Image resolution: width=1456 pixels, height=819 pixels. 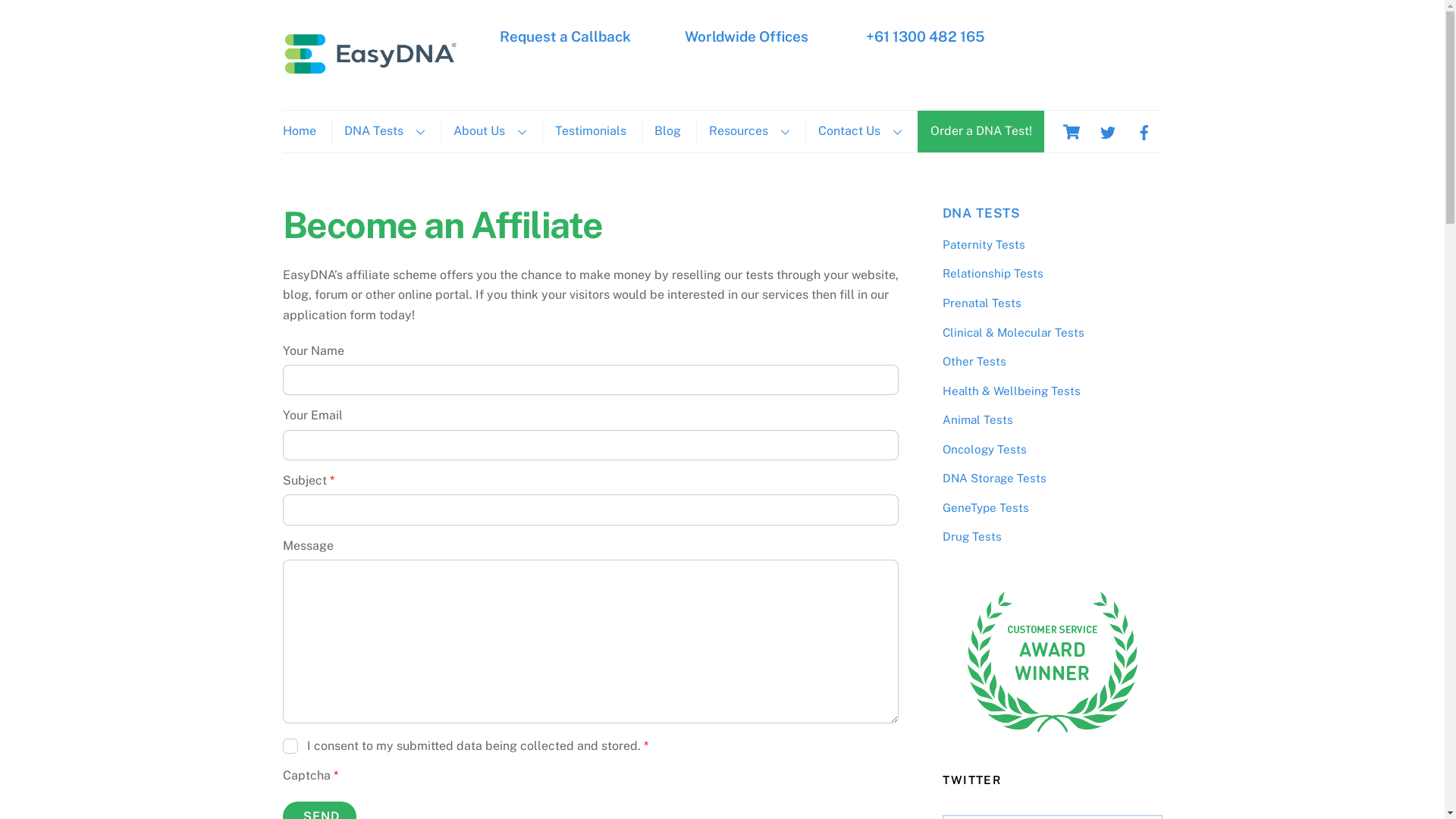 What do you see at coordinates (1011, 390) in the screenshot?
I see `'Health & Wellbeing Tests'` at bounding box center [1011, 390].